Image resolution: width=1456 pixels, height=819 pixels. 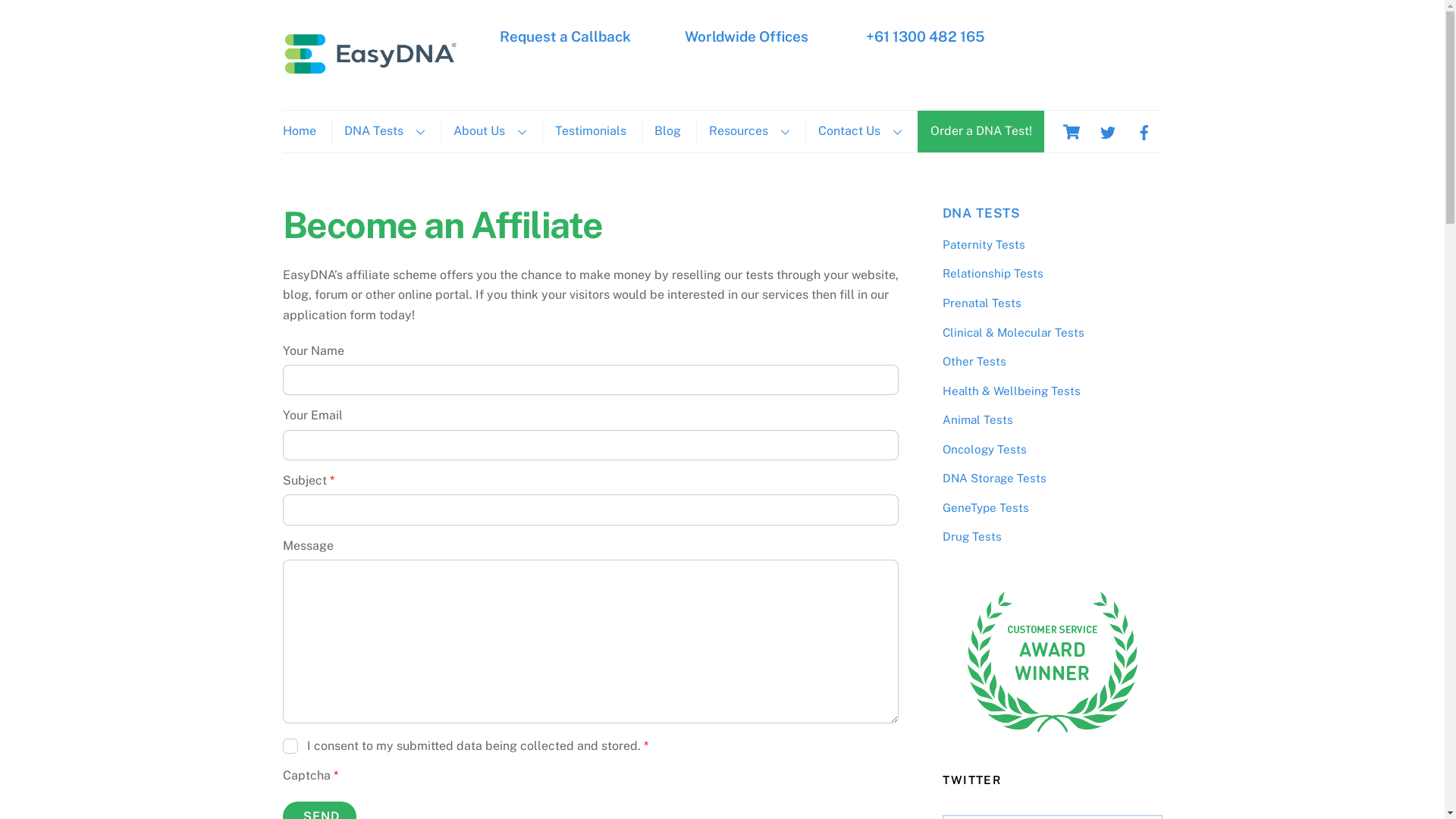 What do you see at coordinates (1011, 390) in the screenshot?
I see `'Health & Wellbeing Tests'` at bounding box center [1011, 390].